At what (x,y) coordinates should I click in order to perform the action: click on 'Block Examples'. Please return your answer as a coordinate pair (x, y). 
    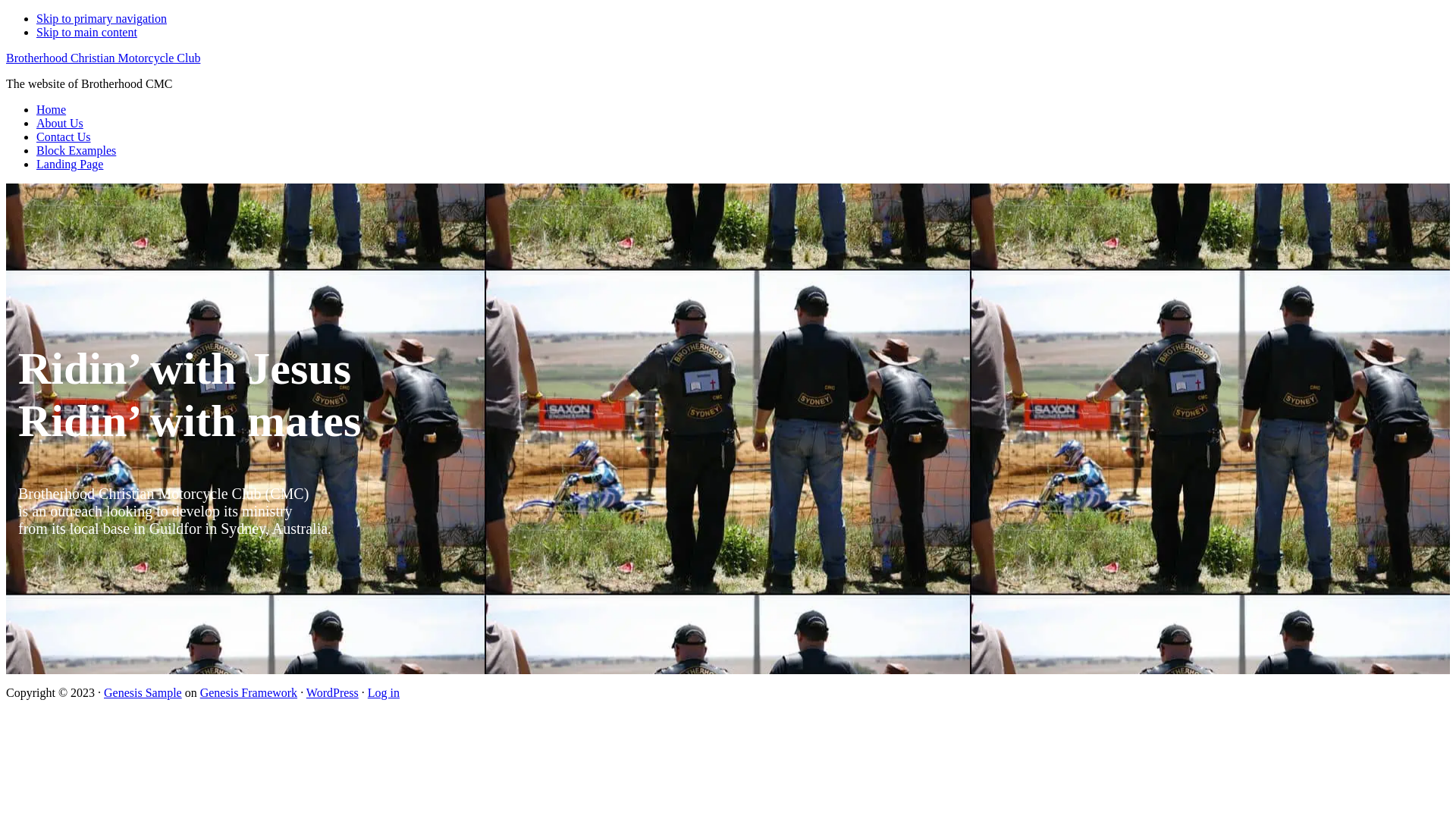
    Looking at the image, I should click on (75, 150).